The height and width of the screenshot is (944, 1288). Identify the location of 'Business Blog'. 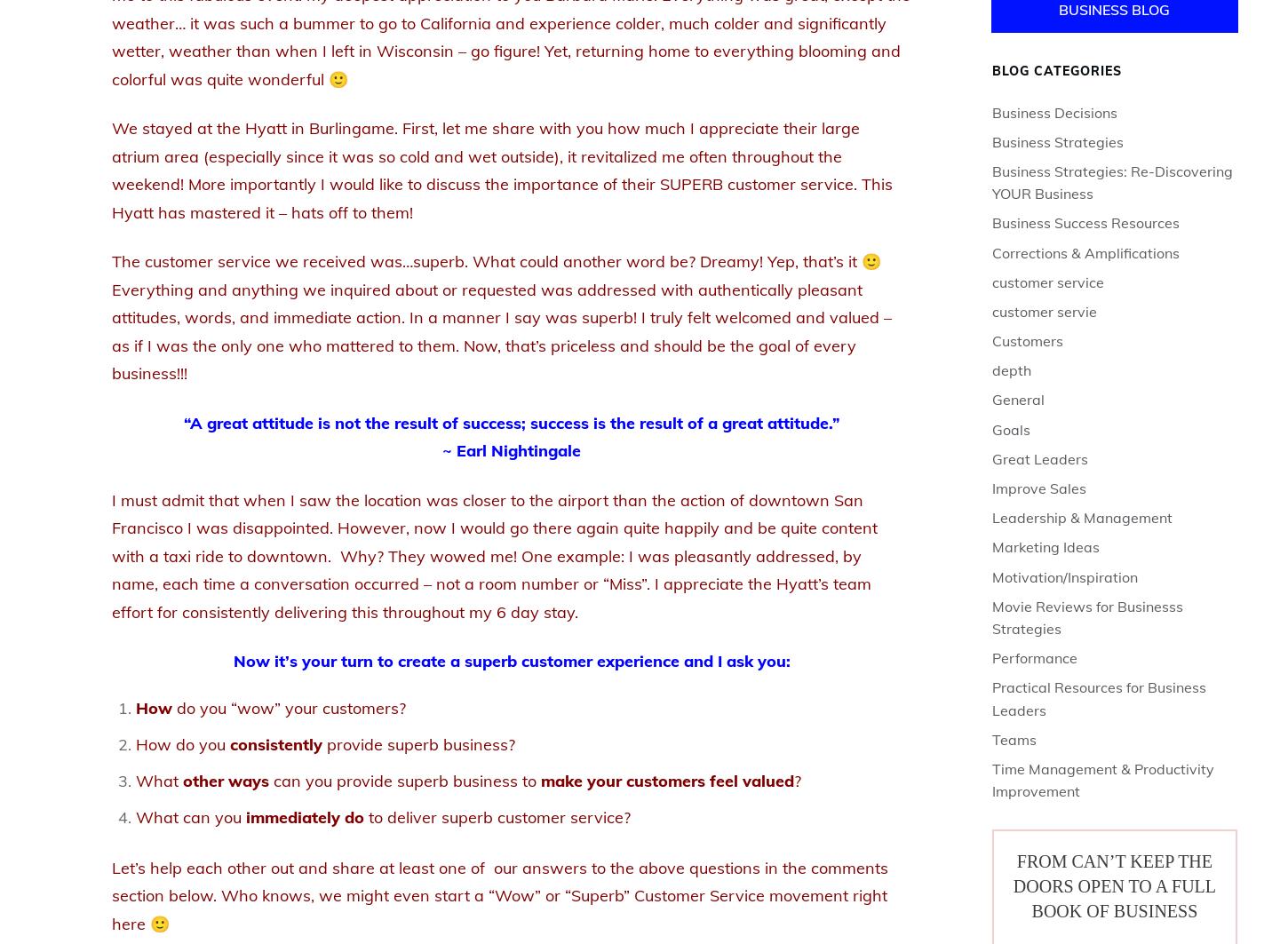
(1114, 9).